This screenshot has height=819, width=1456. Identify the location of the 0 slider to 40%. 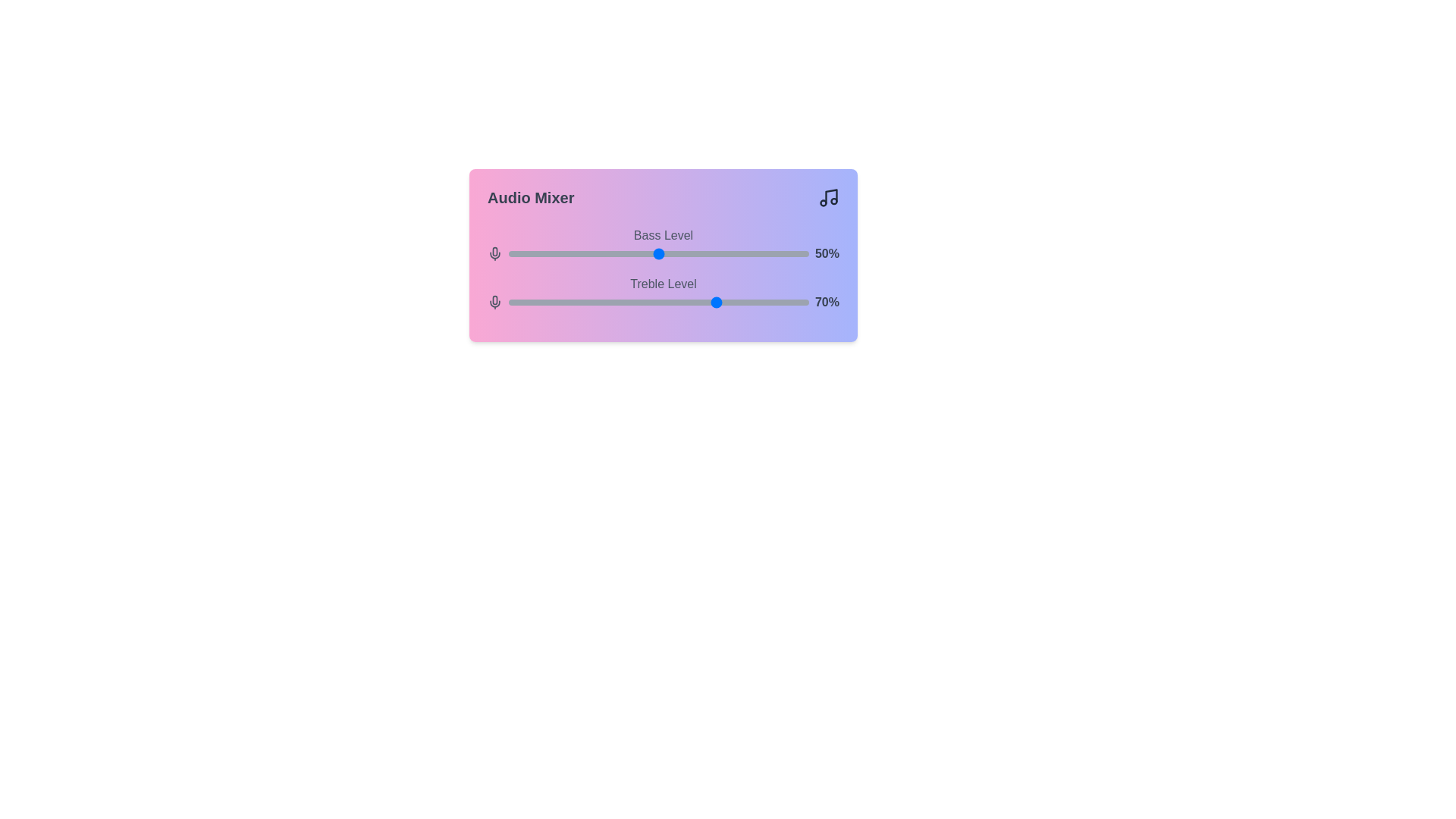
(629, 253).